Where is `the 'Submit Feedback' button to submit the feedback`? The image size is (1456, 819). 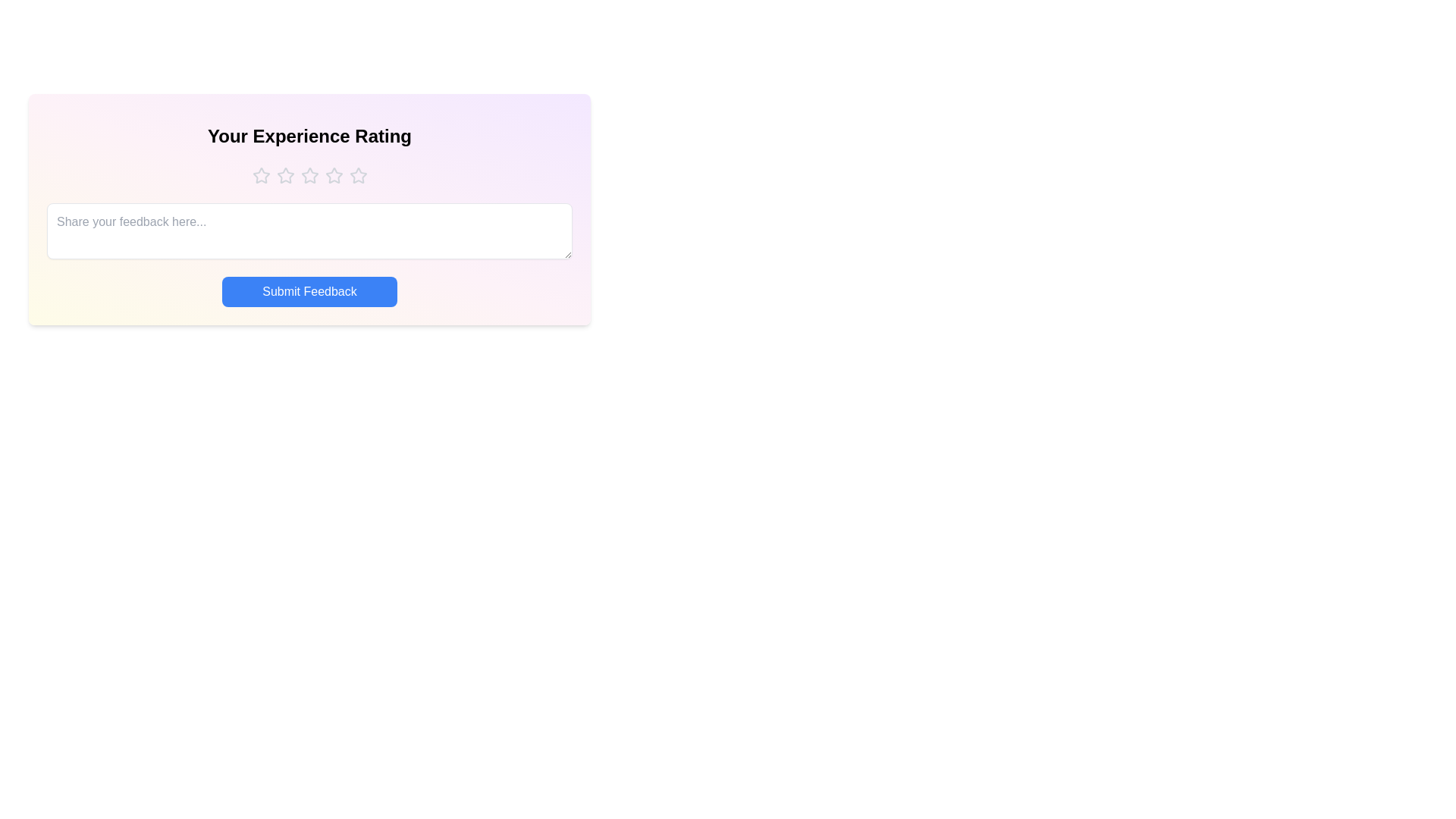 the 'Submit Feedback' button to submit the feedback is located at coordinates (309, 292).